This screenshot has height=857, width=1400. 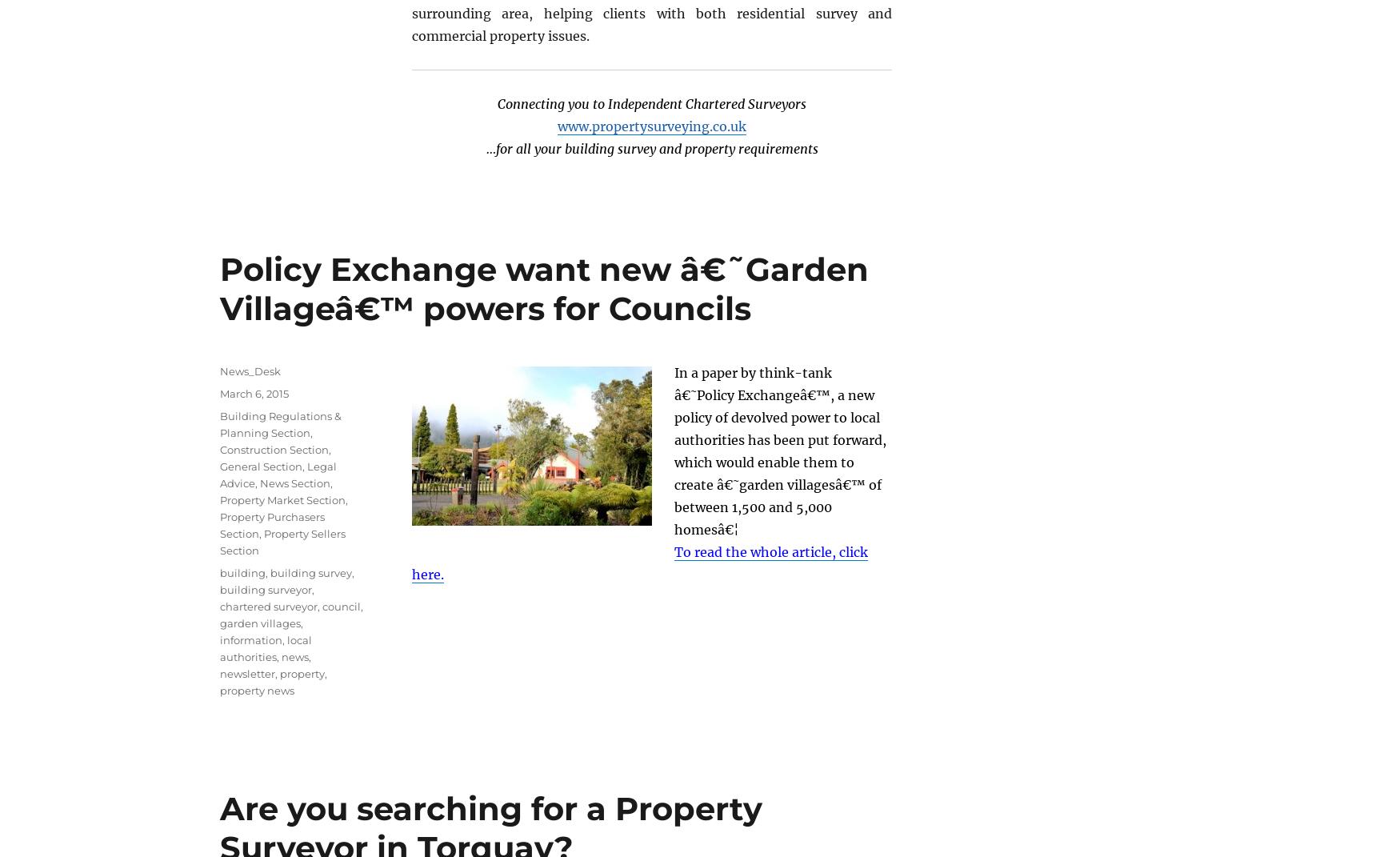 What do you see at coordinates (274, 448) in the screenshot?
I see `'Construction Section'` at bounding box center [274, 448].